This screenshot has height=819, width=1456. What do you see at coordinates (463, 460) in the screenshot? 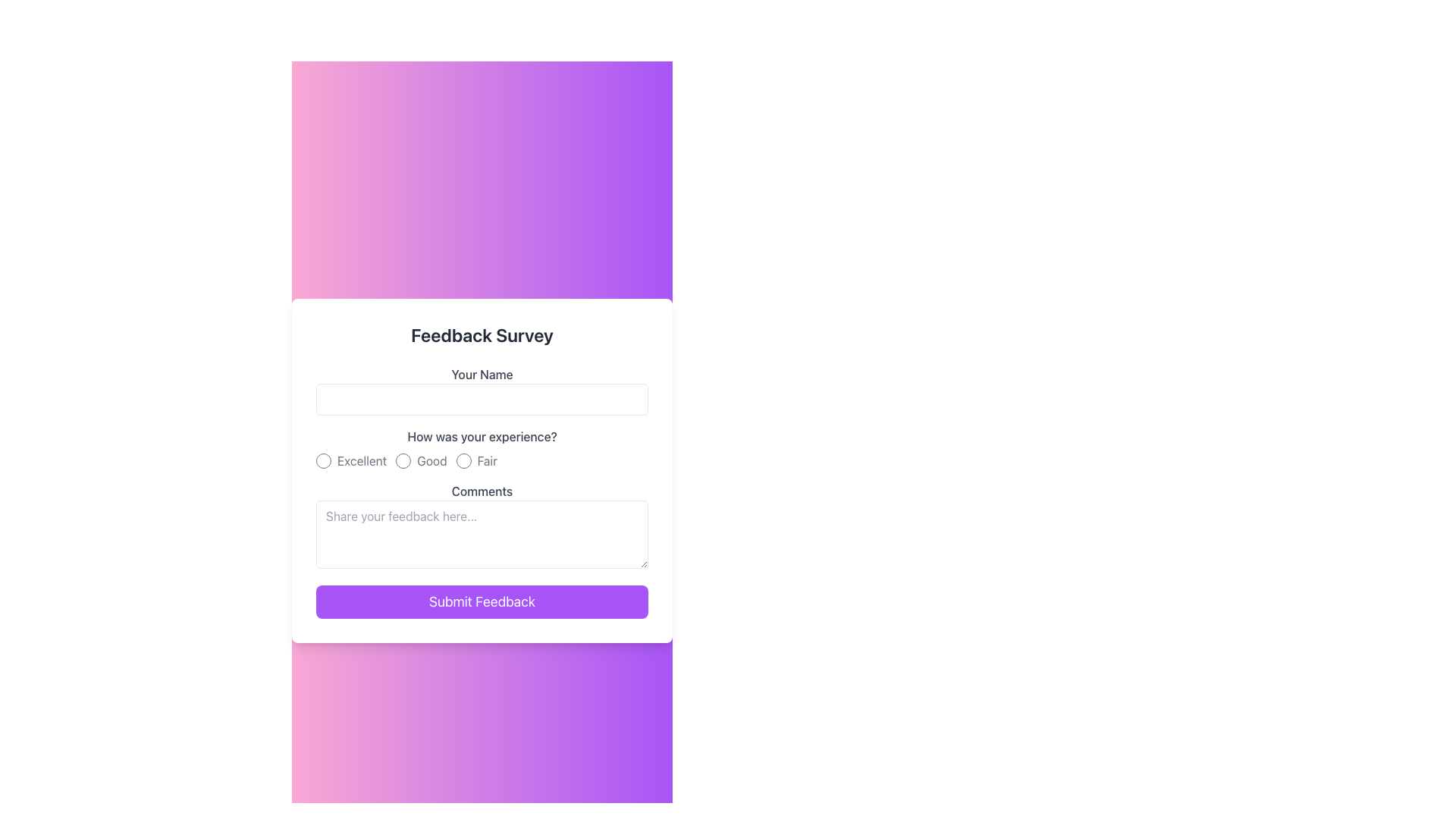
I see `the purple radio button labeled 'Fair'` at bounding box center [463, 460].